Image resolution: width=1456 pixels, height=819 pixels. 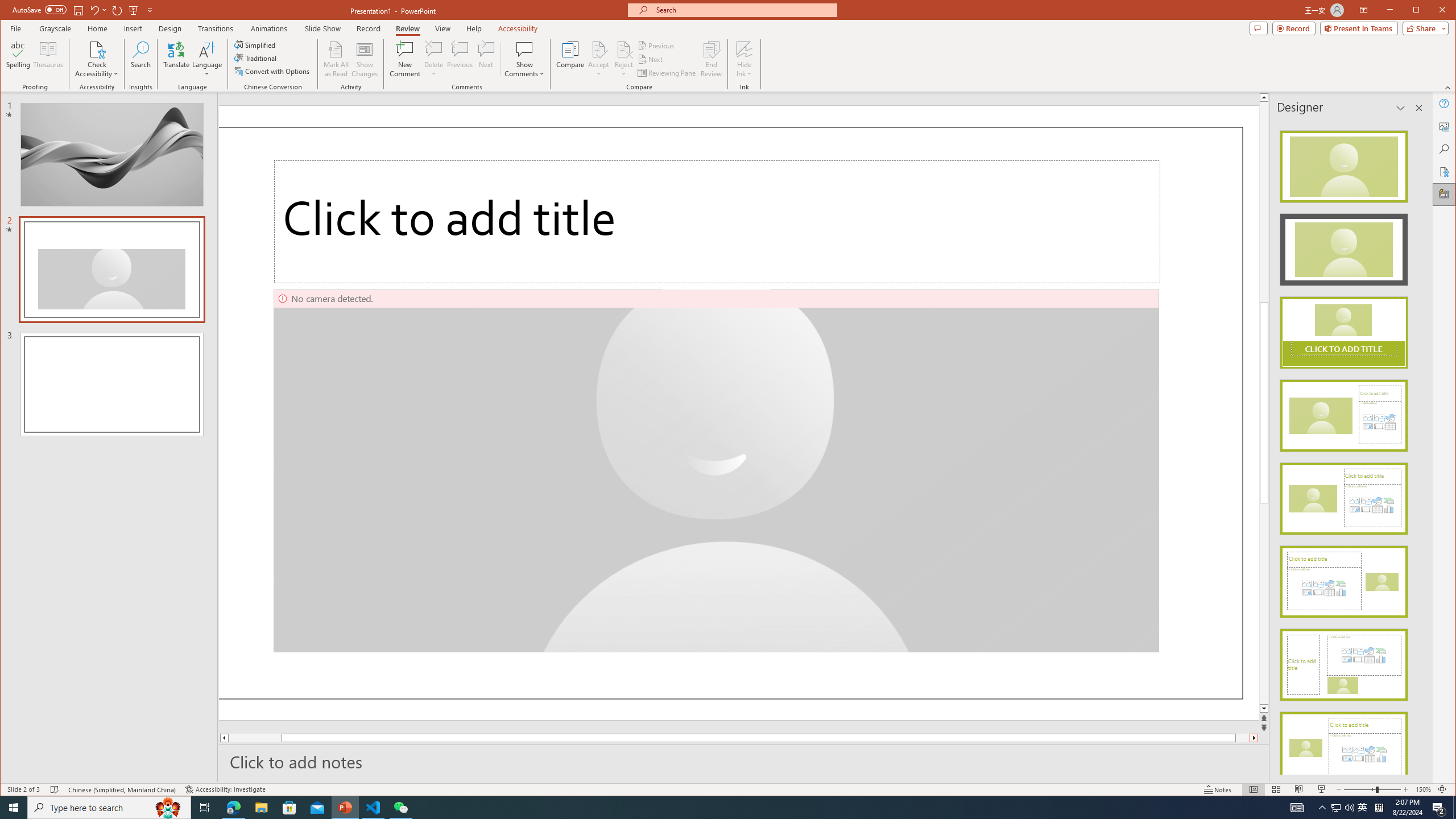 I want to click on 'Grayscale', so click(x=55, y=28).